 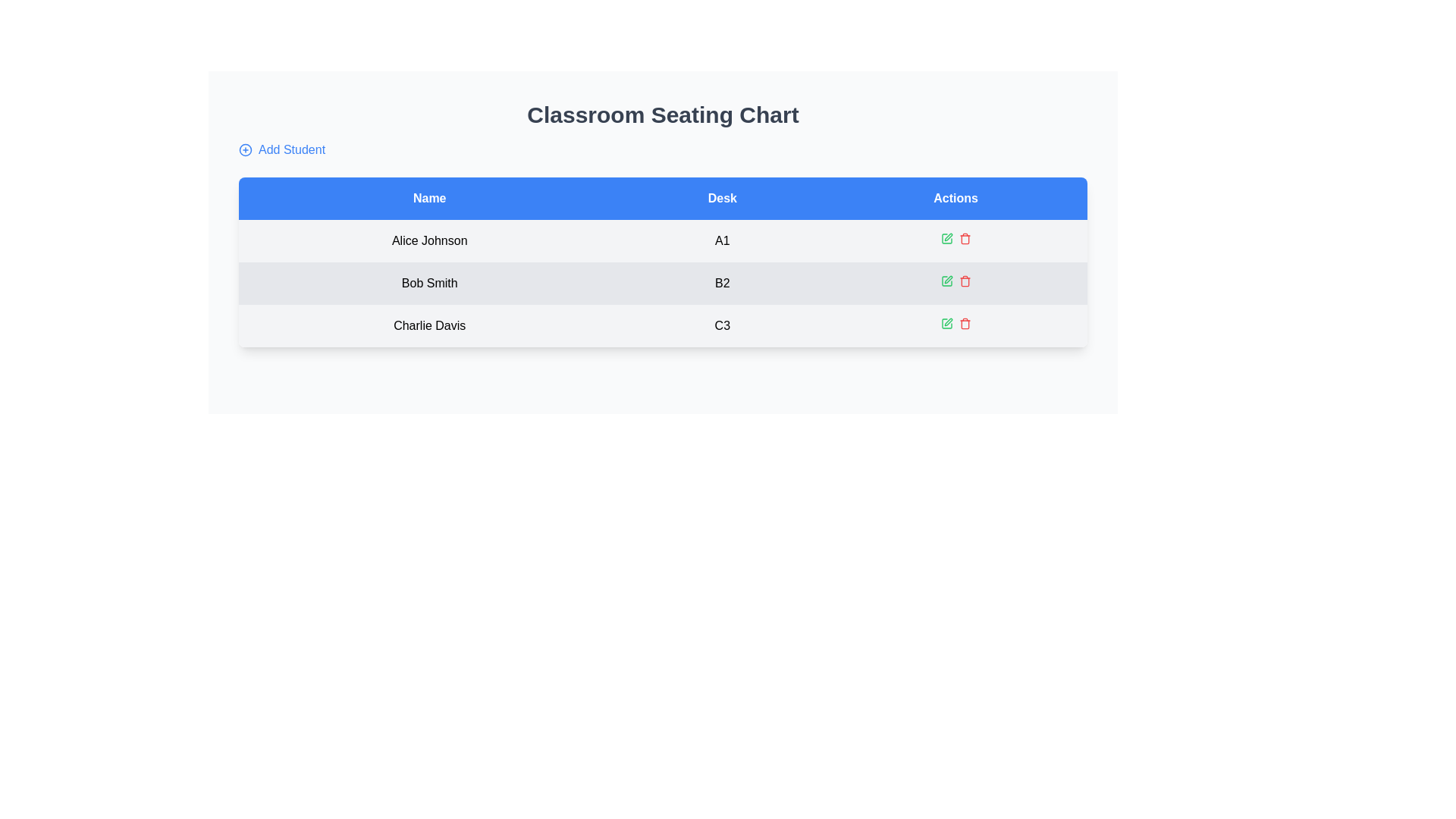 I want to click on the edit button with a green pen icon in the 'Actions' column for Bob Smith, so click(x=946, y=281).